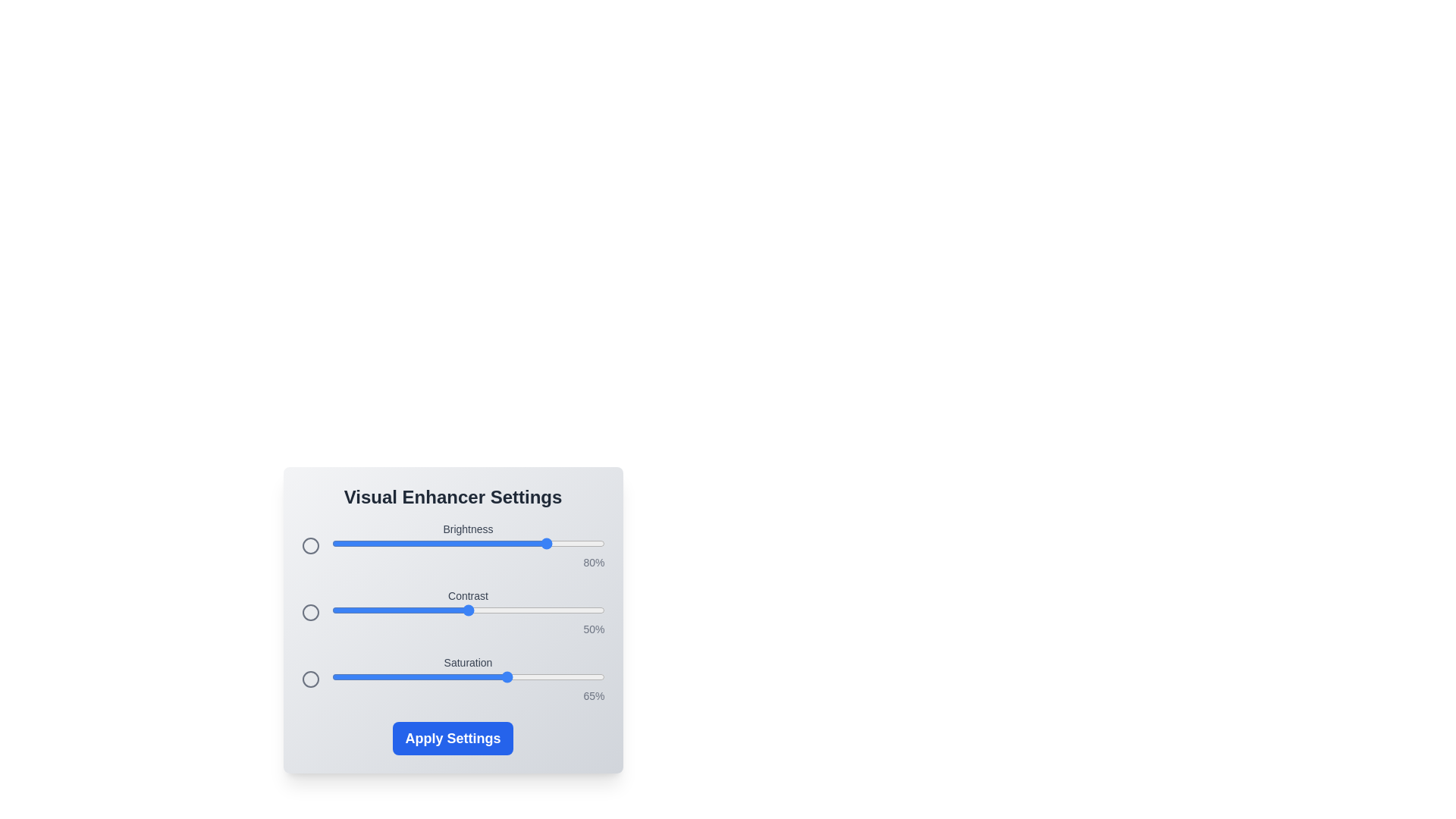 The height and width of the screenshot is (819, 1456). Describe the element at coordinates (353, 610) in the screenshot. I see `the 1 slider to 8%` at that location.